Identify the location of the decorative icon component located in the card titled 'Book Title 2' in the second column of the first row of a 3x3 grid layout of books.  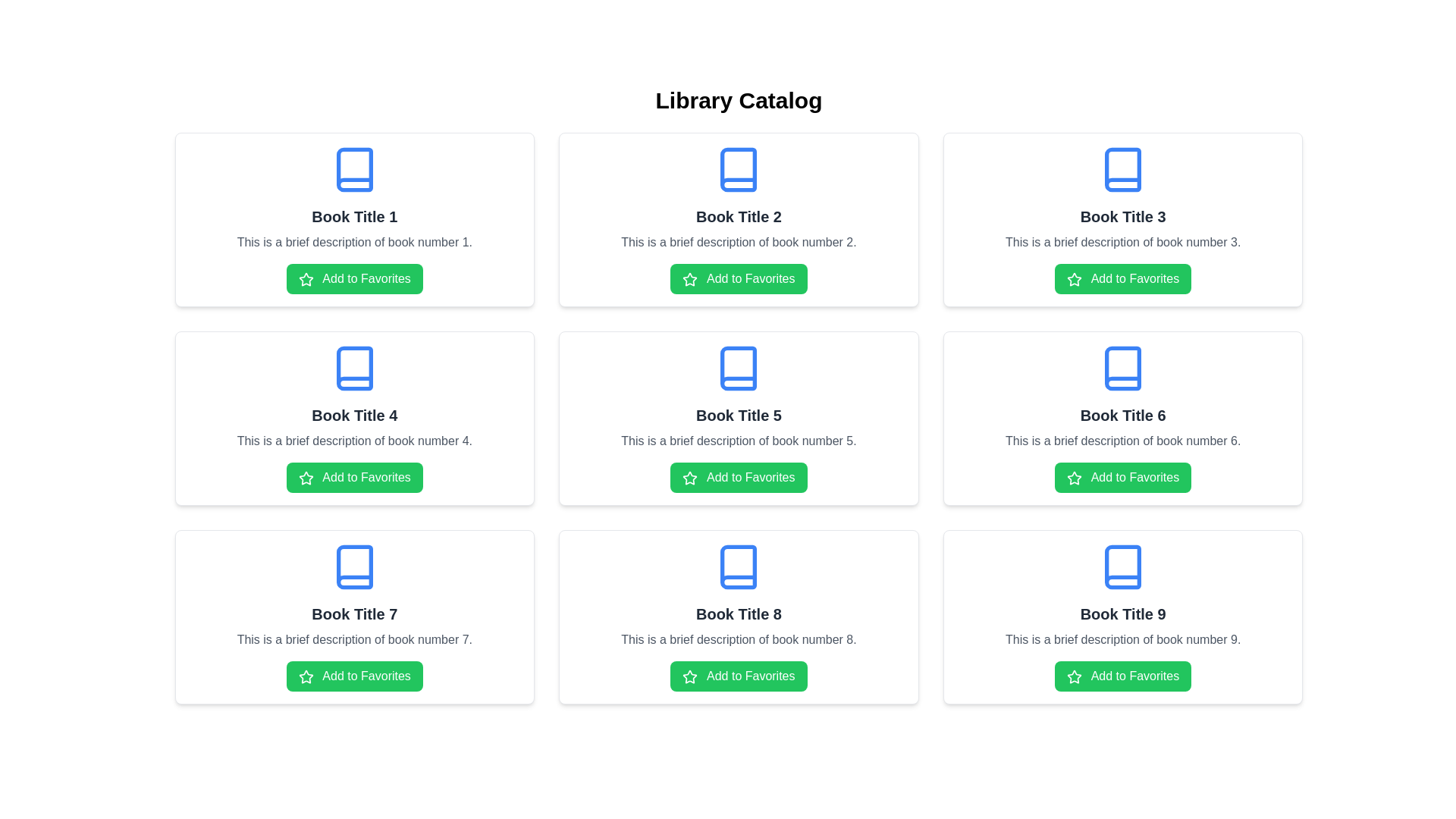
(739, 169).